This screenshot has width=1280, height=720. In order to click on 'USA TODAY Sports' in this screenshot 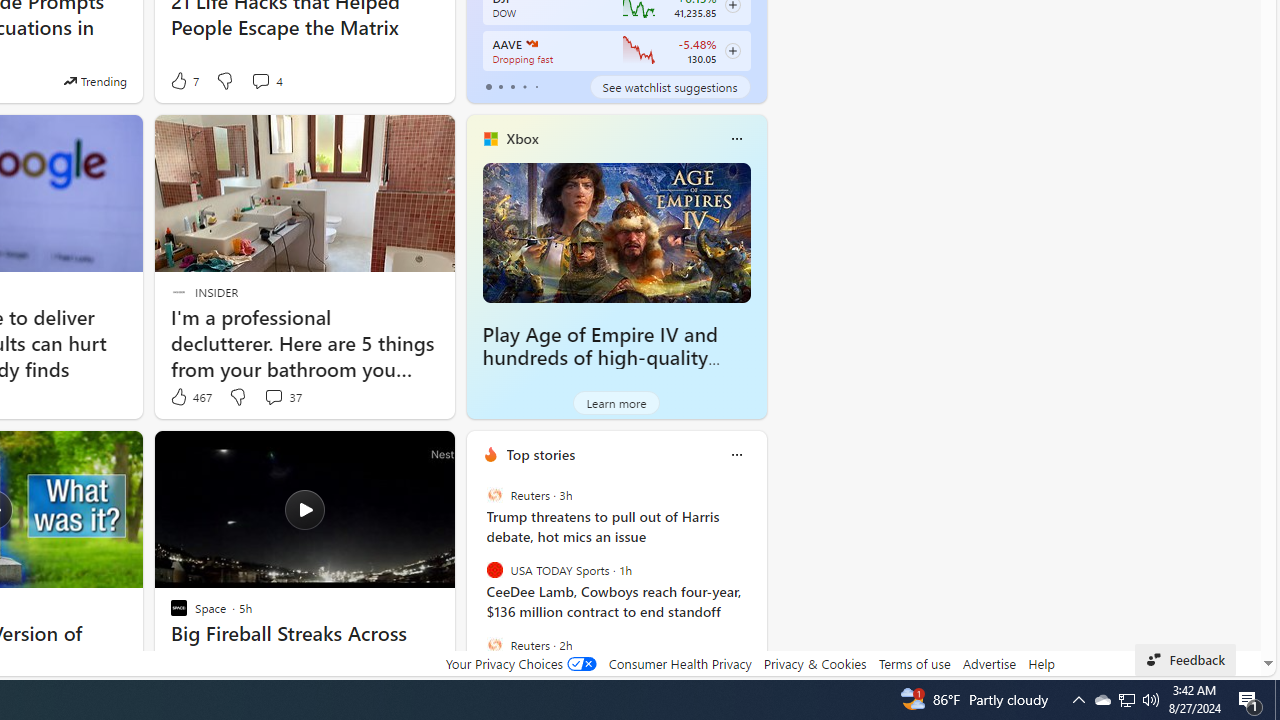, I will do `click(494, 570)`.